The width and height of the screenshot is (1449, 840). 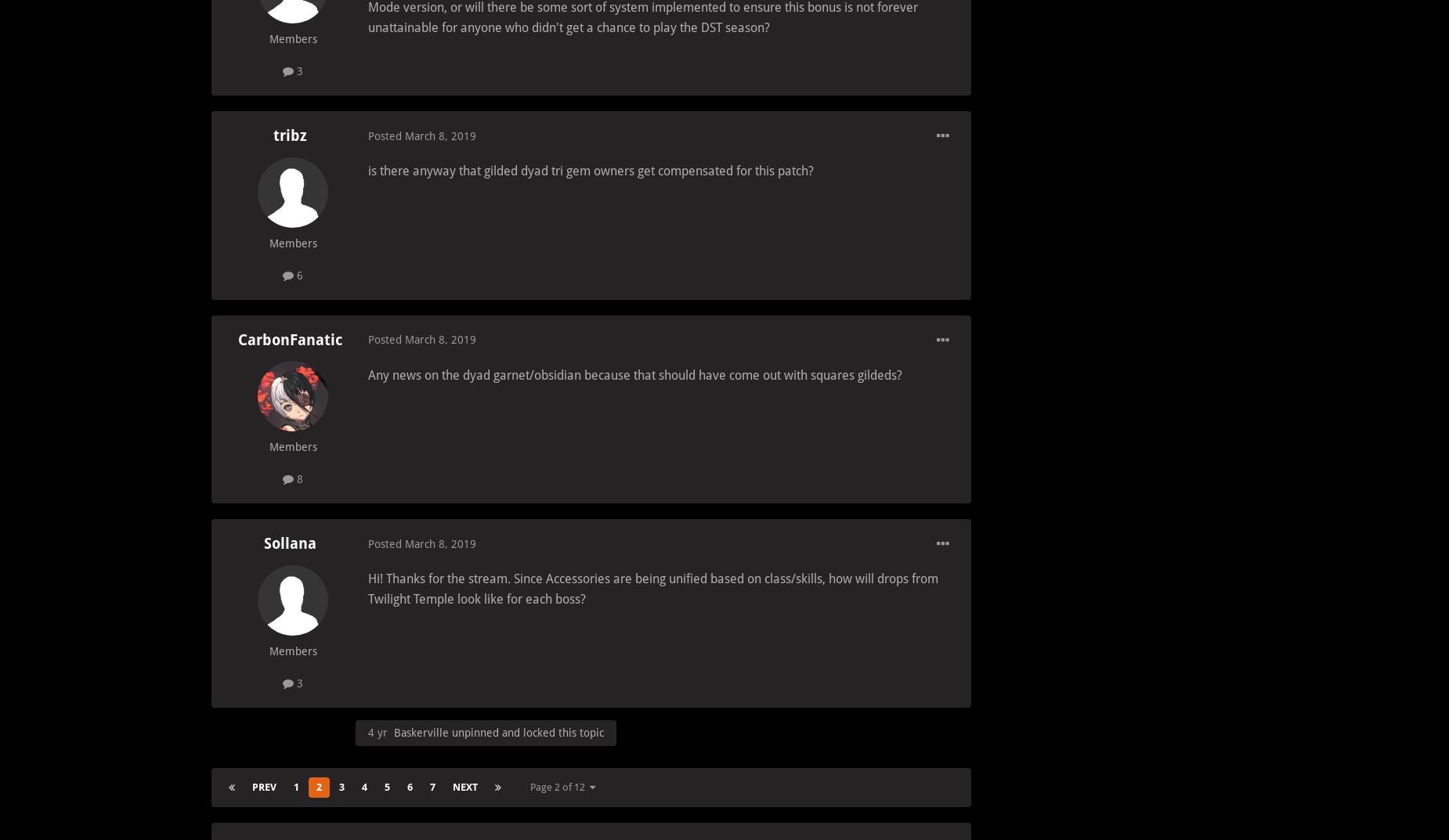 What do you see at coordinates (368, 373) in the screenshot?
I see `'Any news on the dyad garnet/obsidian because that should have come out with squares gildeds?'` at bounding box center [368, 373].